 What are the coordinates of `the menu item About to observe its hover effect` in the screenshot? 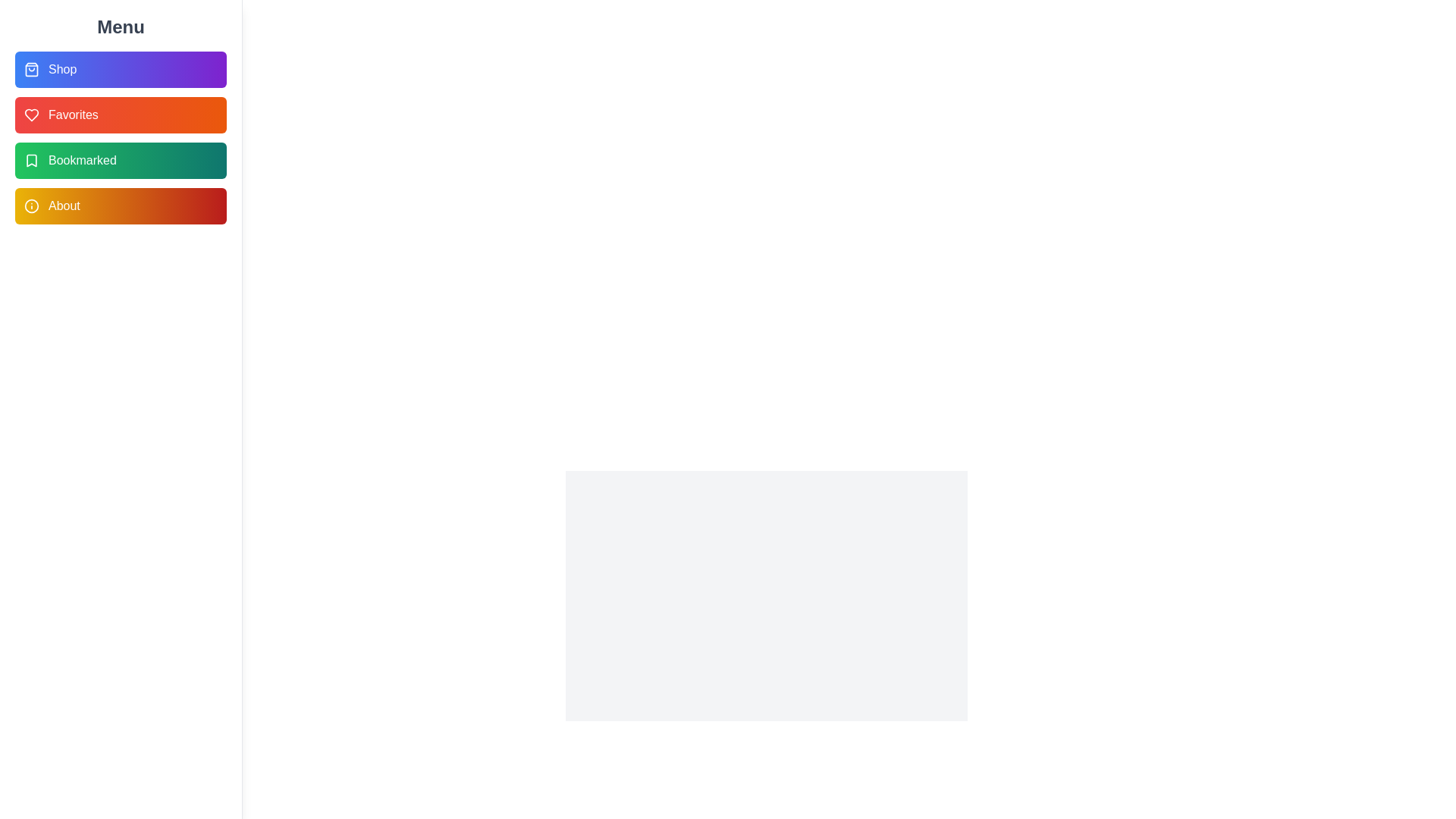 It's located at (120, 206).